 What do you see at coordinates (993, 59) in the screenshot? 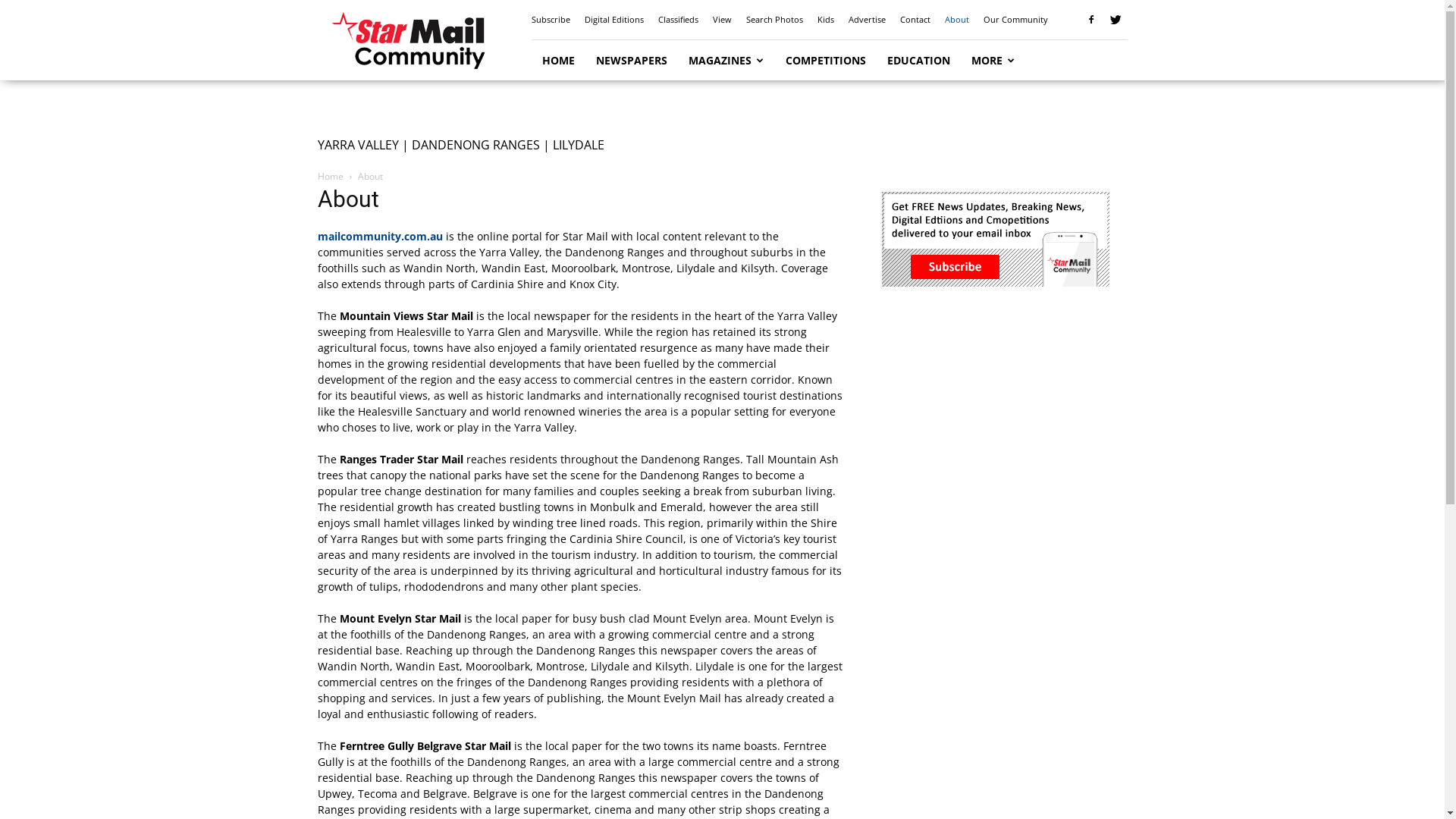
I see `'MORE'` at bounding box center [993, 59].